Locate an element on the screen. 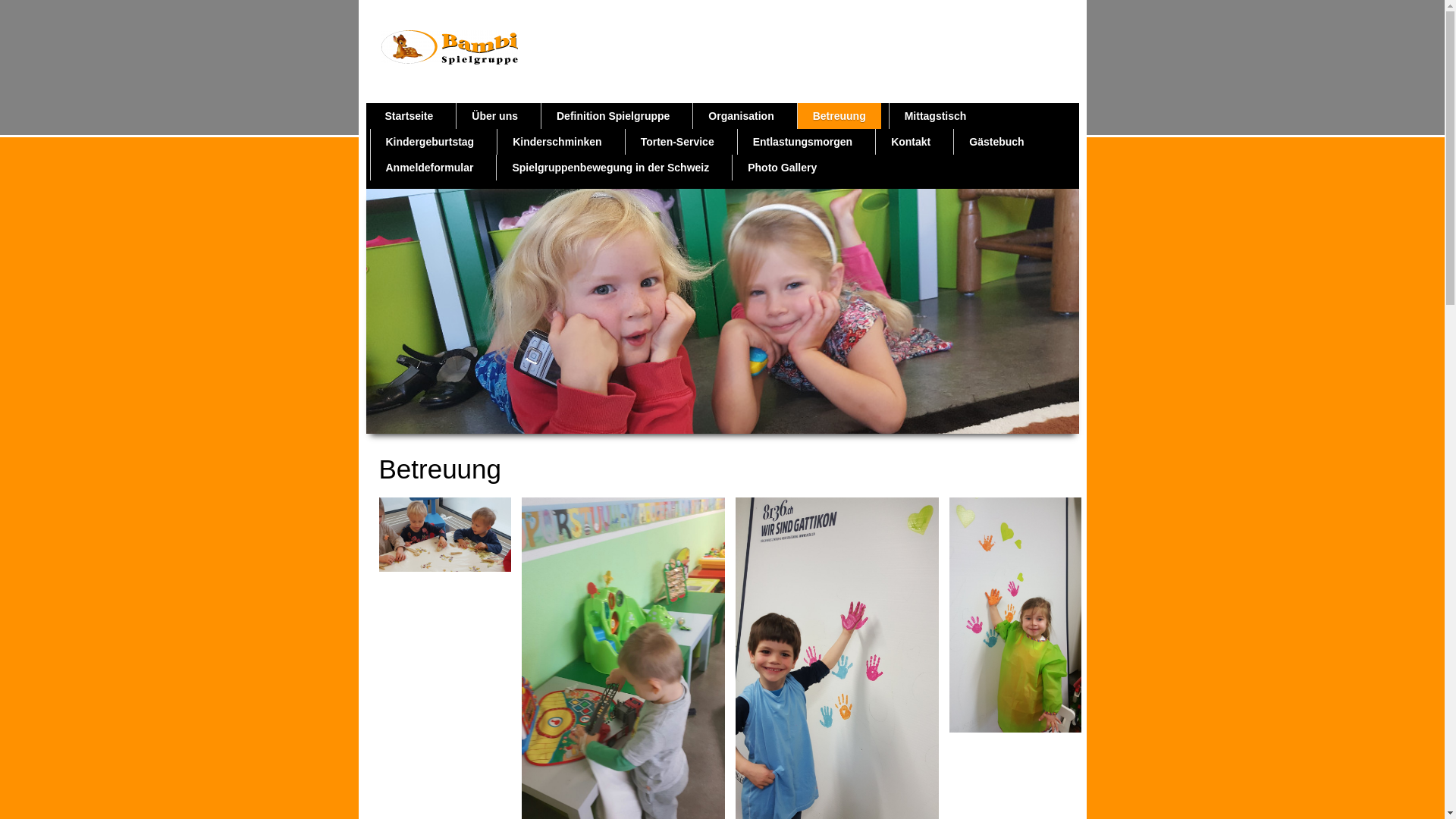  'Torten-Service' is located at coordinates (676, 141).